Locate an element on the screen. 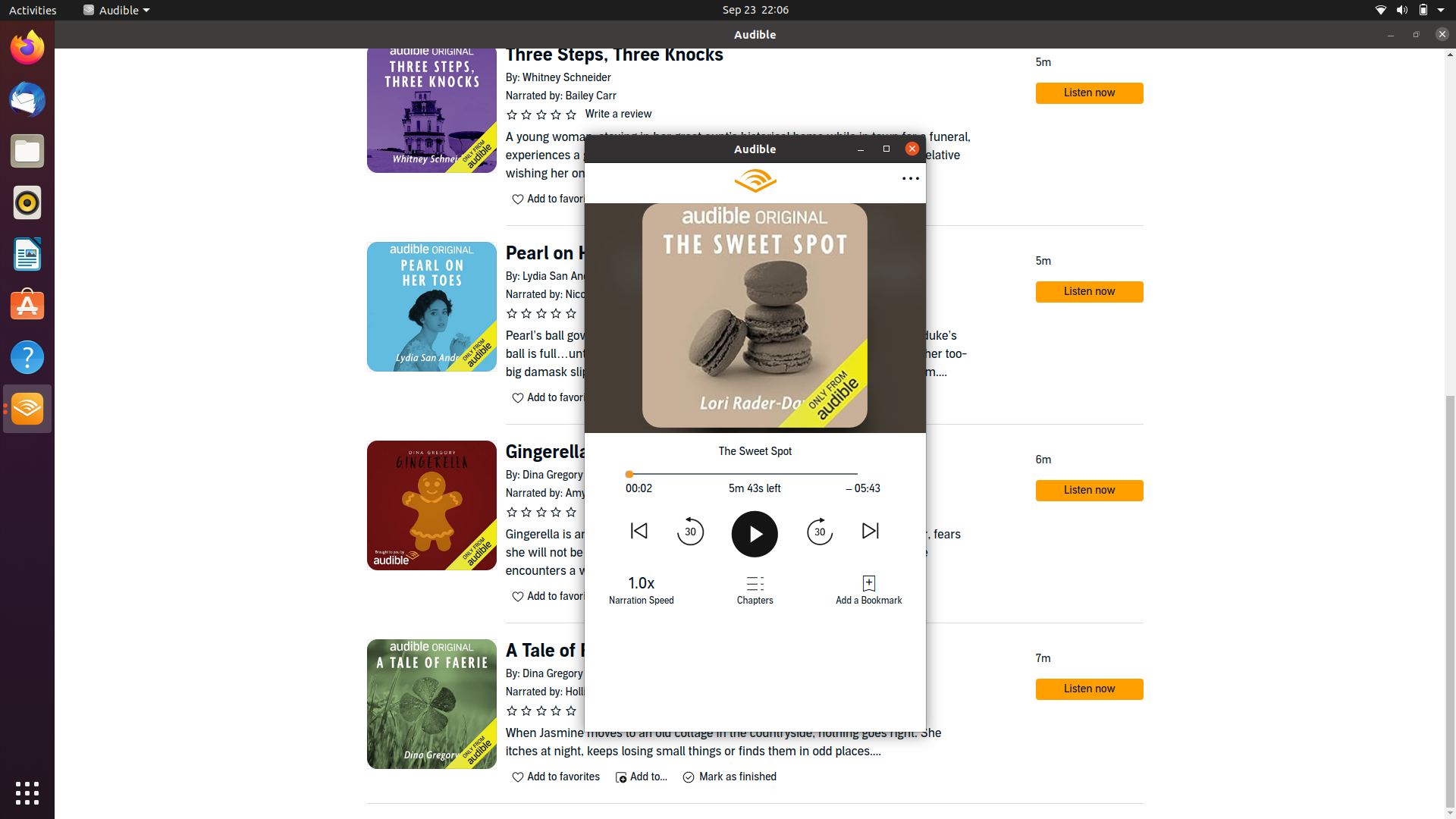 This screenshot has width=1456, height=819. Fast forward by 1 min (30 seconds button twice) is located at coordinates (818, 529).